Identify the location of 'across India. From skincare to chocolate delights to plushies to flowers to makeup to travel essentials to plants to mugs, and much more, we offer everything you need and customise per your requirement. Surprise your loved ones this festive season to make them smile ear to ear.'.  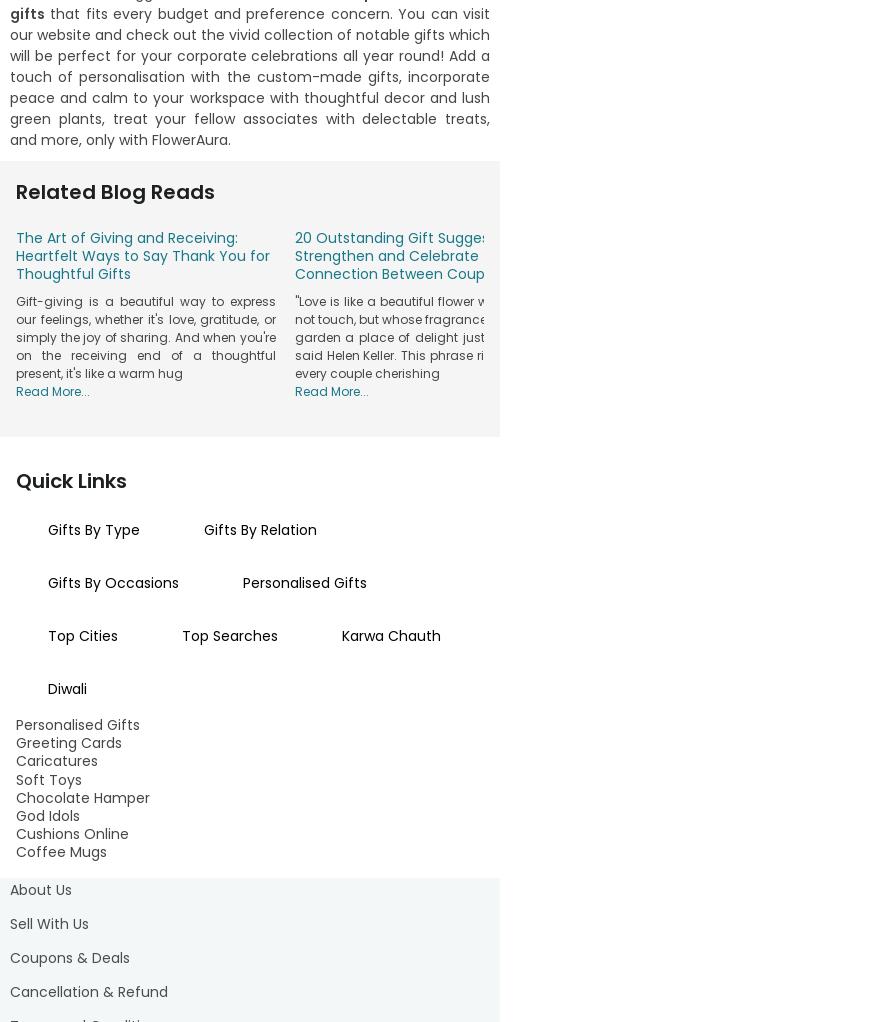
(249, 942).